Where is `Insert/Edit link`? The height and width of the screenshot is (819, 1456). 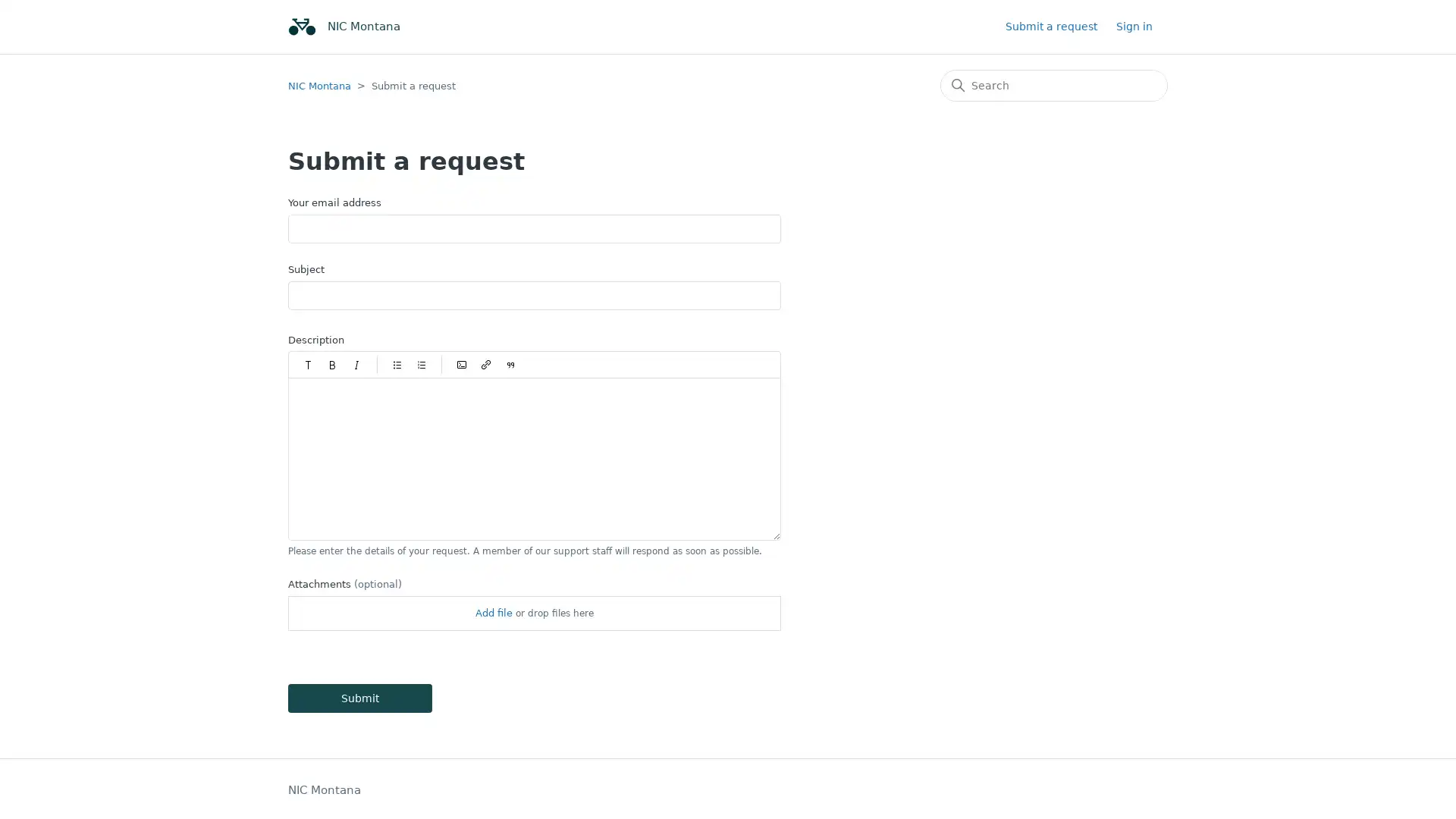 Insert/Edit link is located at coordinates (486, 365).